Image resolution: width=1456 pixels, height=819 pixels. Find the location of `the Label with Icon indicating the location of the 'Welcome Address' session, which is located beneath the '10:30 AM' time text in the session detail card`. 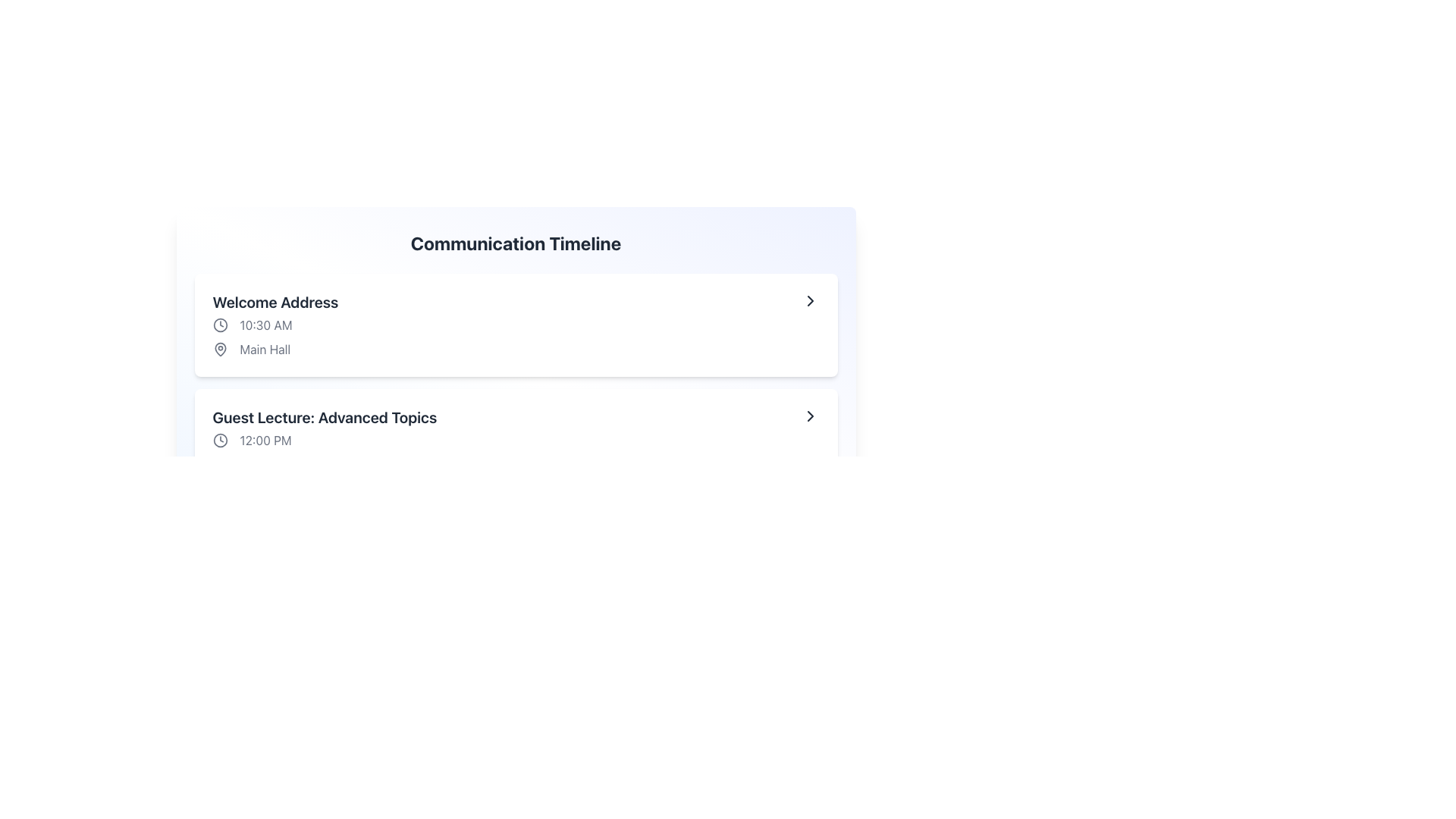

the Label with Icon indicating the location of the 'Welcome Address' session, which is located beneath the '10:30 AM' time text in the session detail card is located at coordinates (275, 350).